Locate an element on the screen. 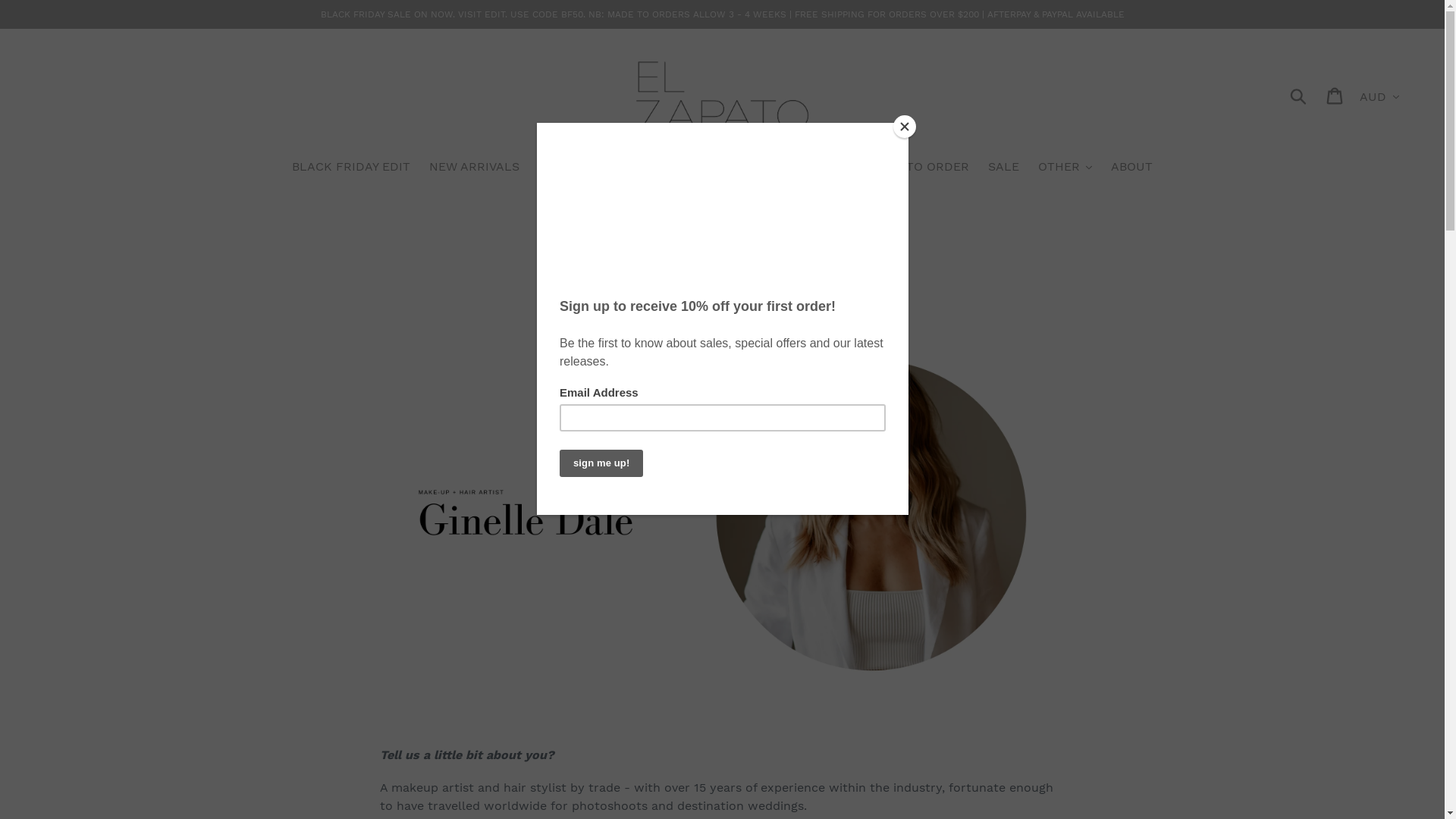  'SPRING SUMMER 22-23' is located at coordinates (607, 168).